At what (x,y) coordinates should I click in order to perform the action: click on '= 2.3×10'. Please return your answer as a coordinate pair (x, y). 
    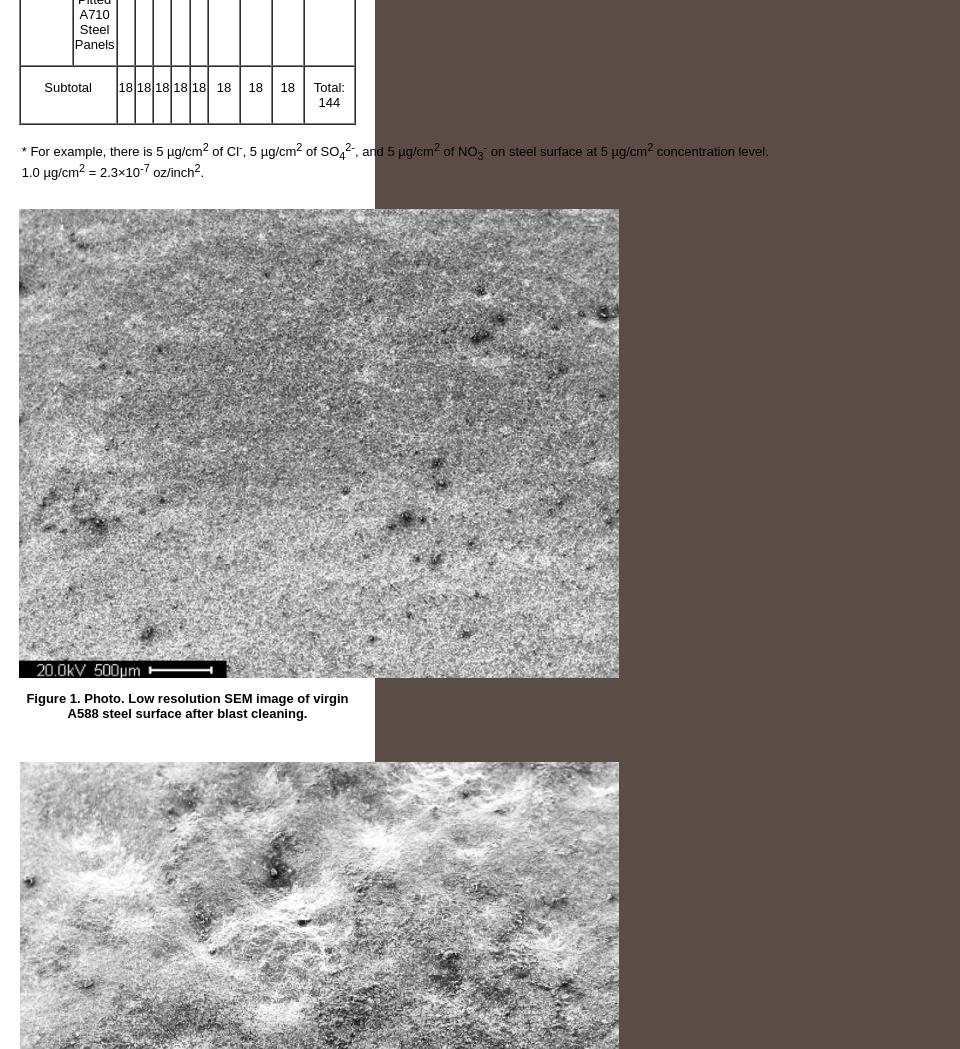
    Looking at the image, I should click on (112, 171).